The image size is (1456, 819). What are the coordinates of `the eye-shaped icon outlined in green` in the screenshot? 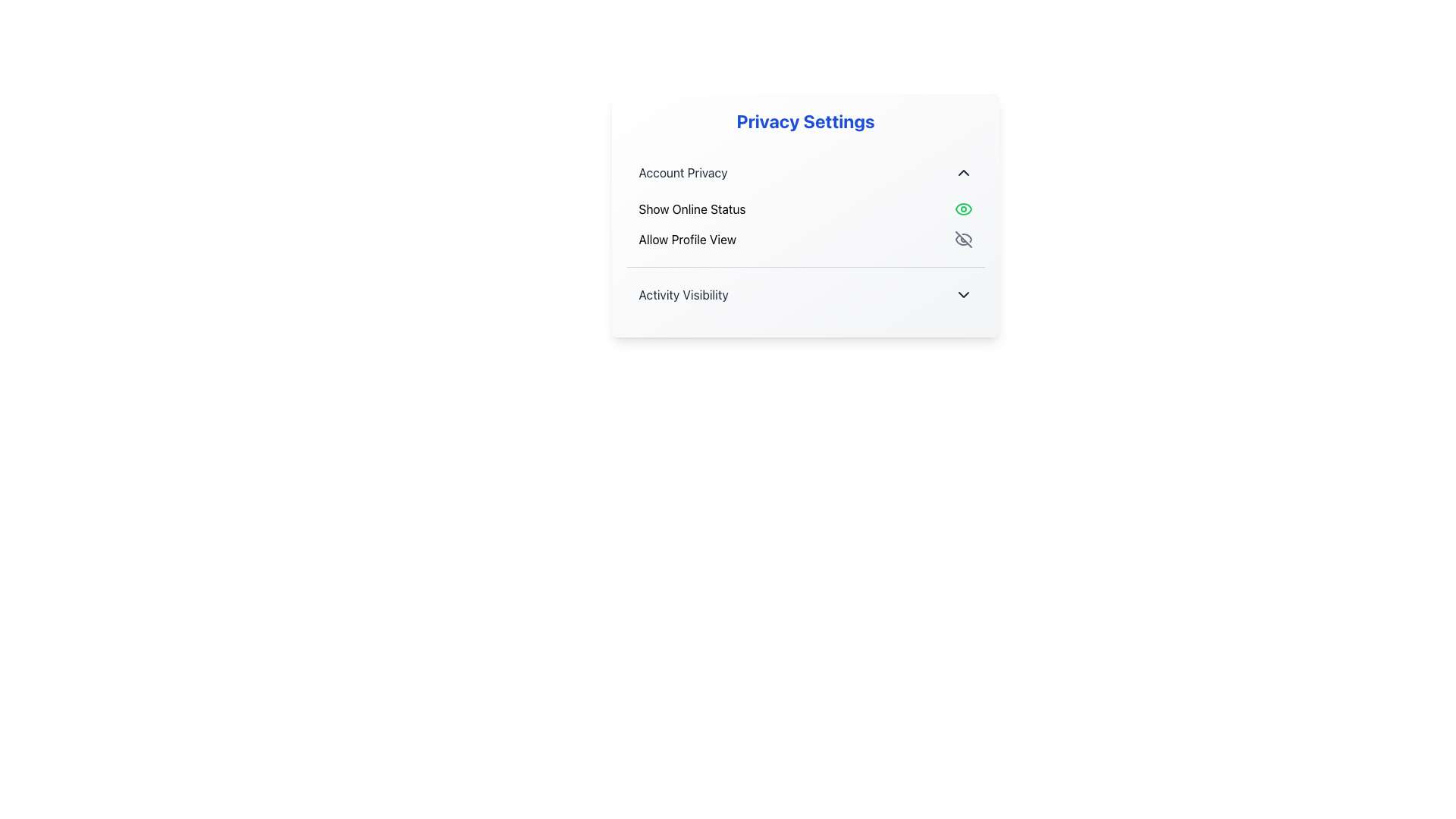 It's located at (962, 209).